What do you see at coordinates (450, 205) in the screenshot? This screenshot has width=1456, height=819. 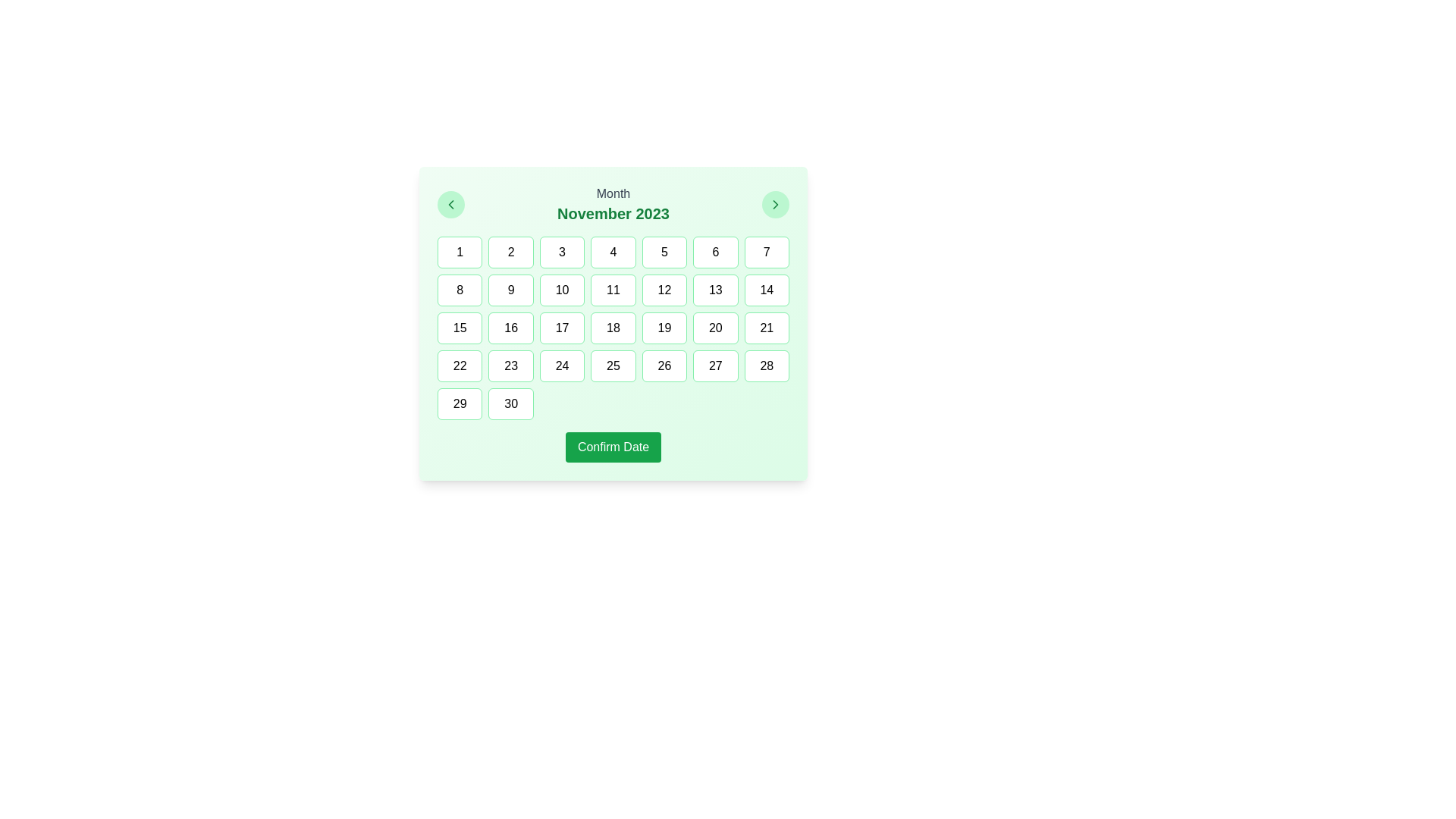 I see `the button located at the far left of the header section labeled 'Month November 2023'` at bounding box center [450, 205].